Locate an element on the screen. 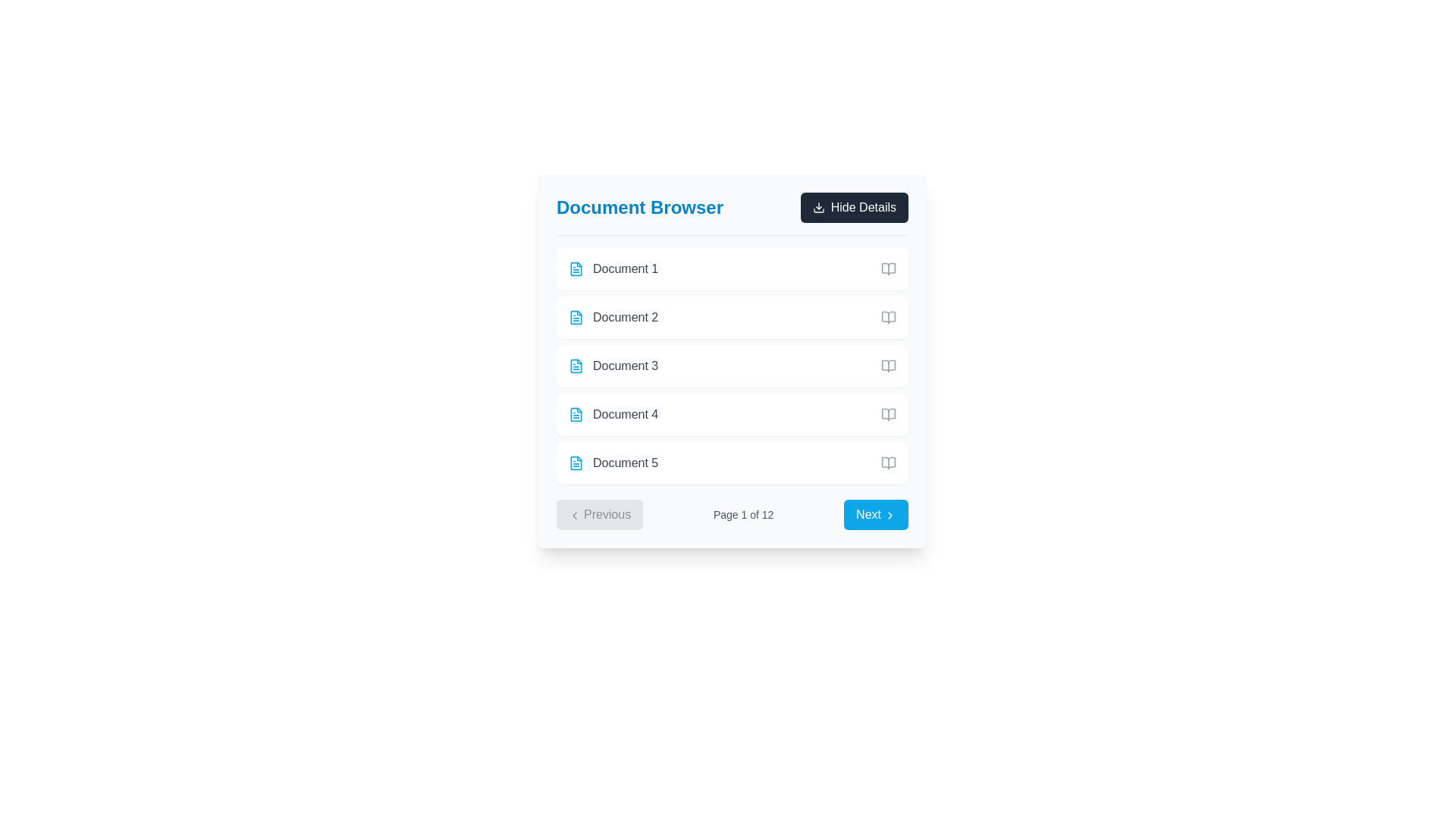  text content of the label displaying 'Document 5', which is styled with a gray font and located in the 'Document Browser' interface as the fifth entry in a vertical list is located at coordinates (626, 462).